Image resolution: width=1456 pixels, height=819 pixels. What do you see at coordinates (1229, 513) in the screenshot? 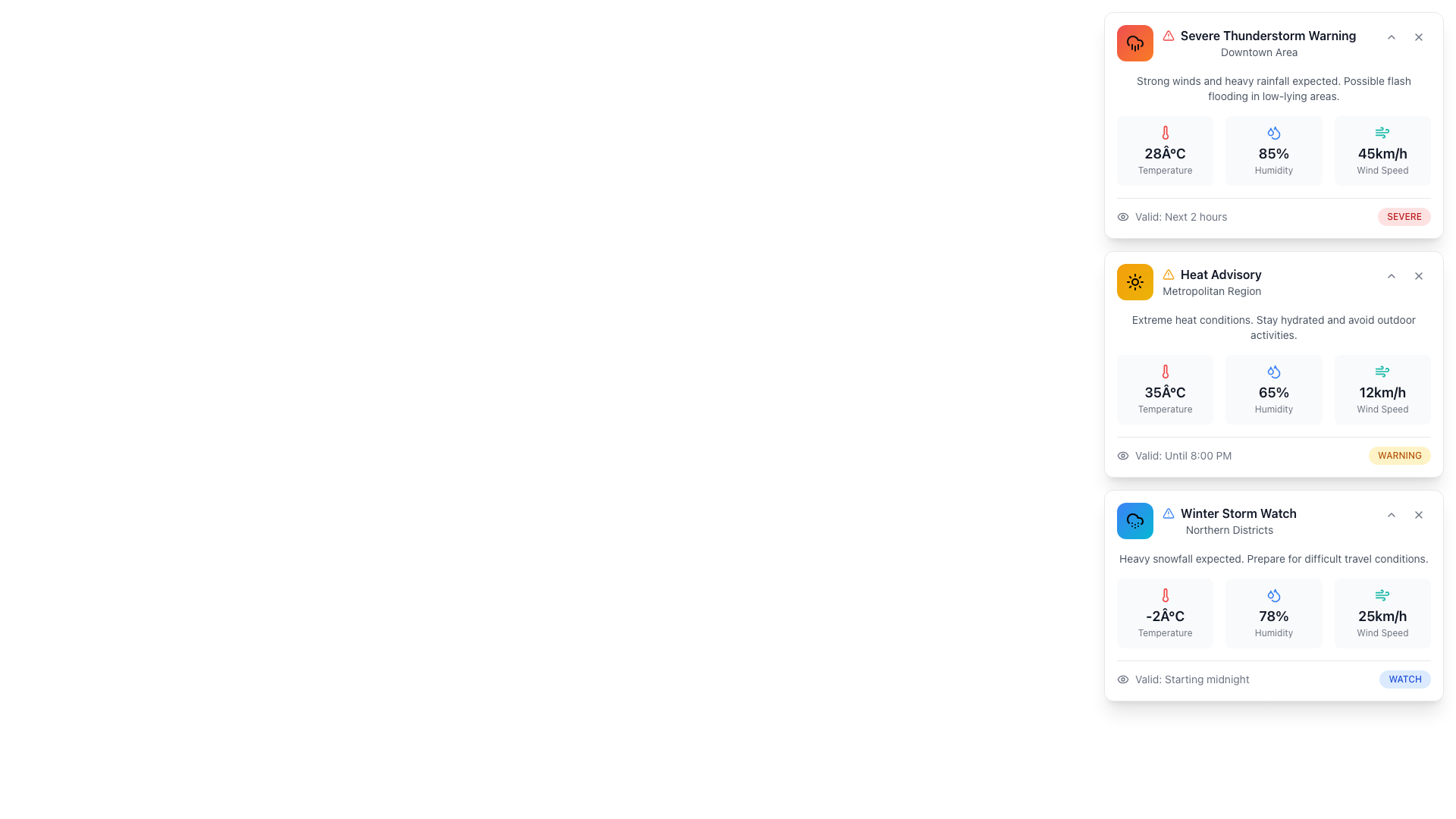
I see `alert title 'Winter Storm Watch' which is a bold text label next to a blue alert icon in the weather notification interface` at bounding box center [1229, 513].